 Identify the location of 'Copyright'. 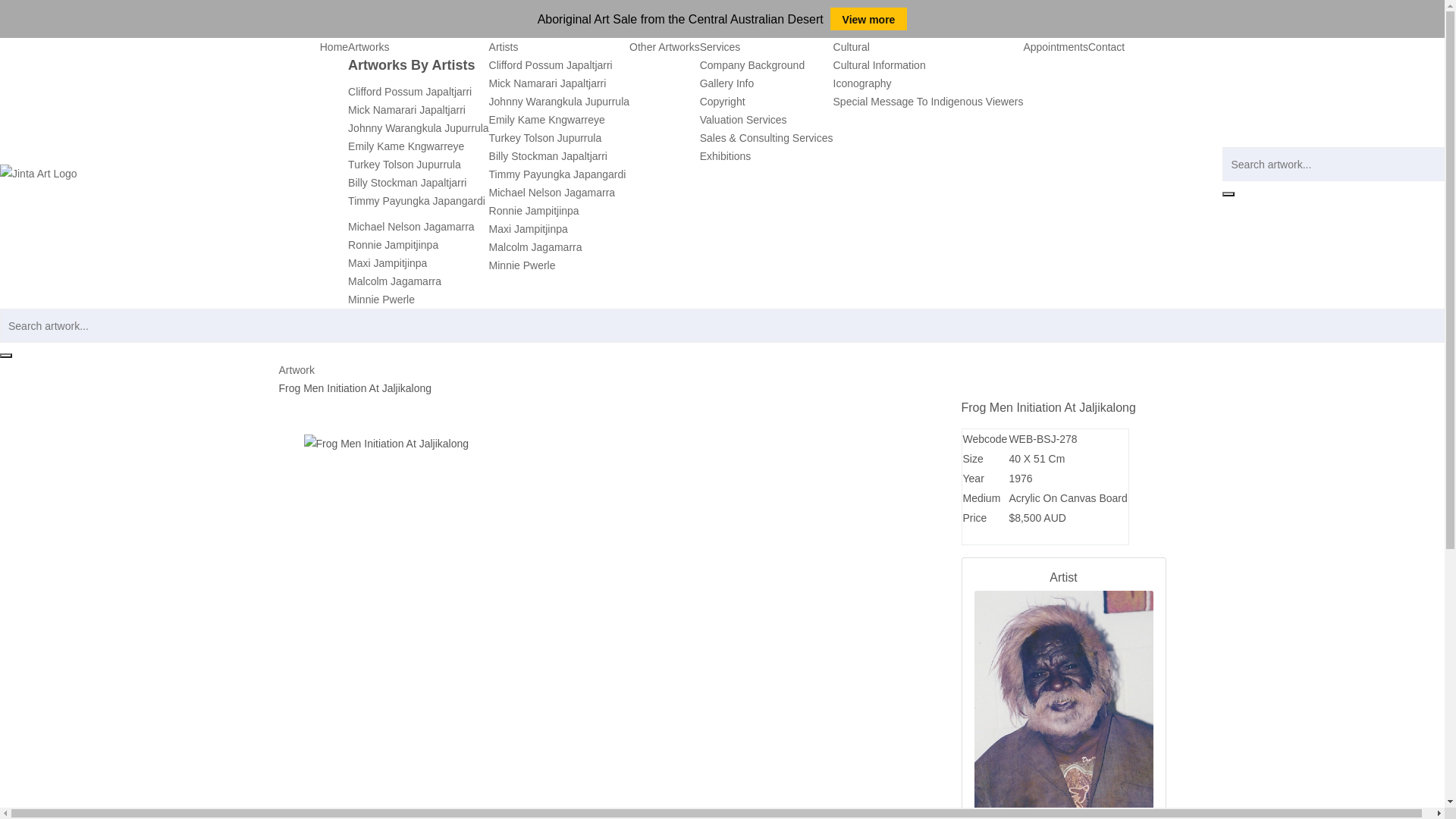
(698, 102).